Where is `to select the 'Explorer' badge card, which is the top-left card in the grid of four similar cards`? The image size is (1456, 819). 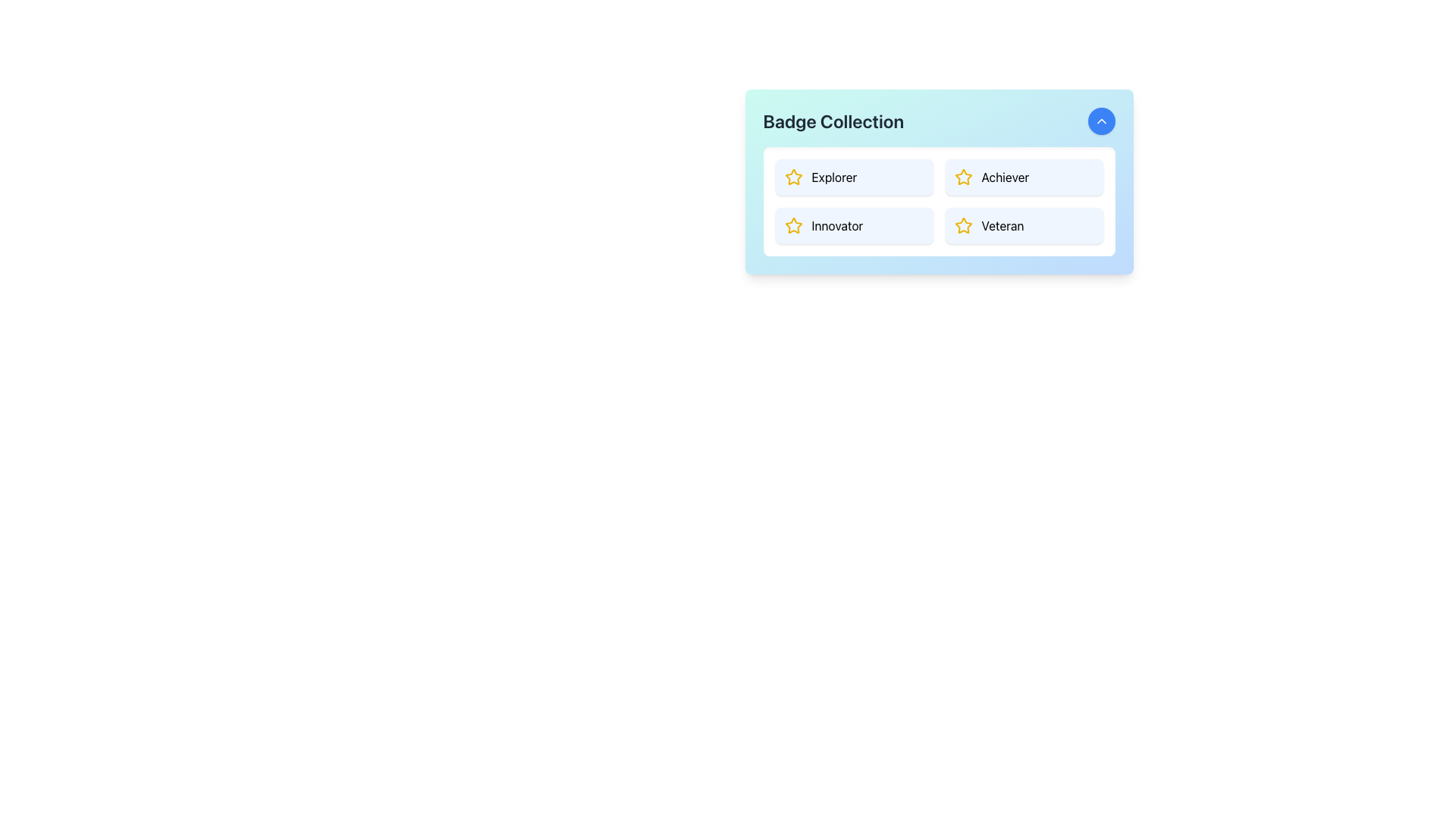 to select the 'Explorer' badge card, which is the top-left card in the grid of four similar cards is located at coordinates (854, 177).